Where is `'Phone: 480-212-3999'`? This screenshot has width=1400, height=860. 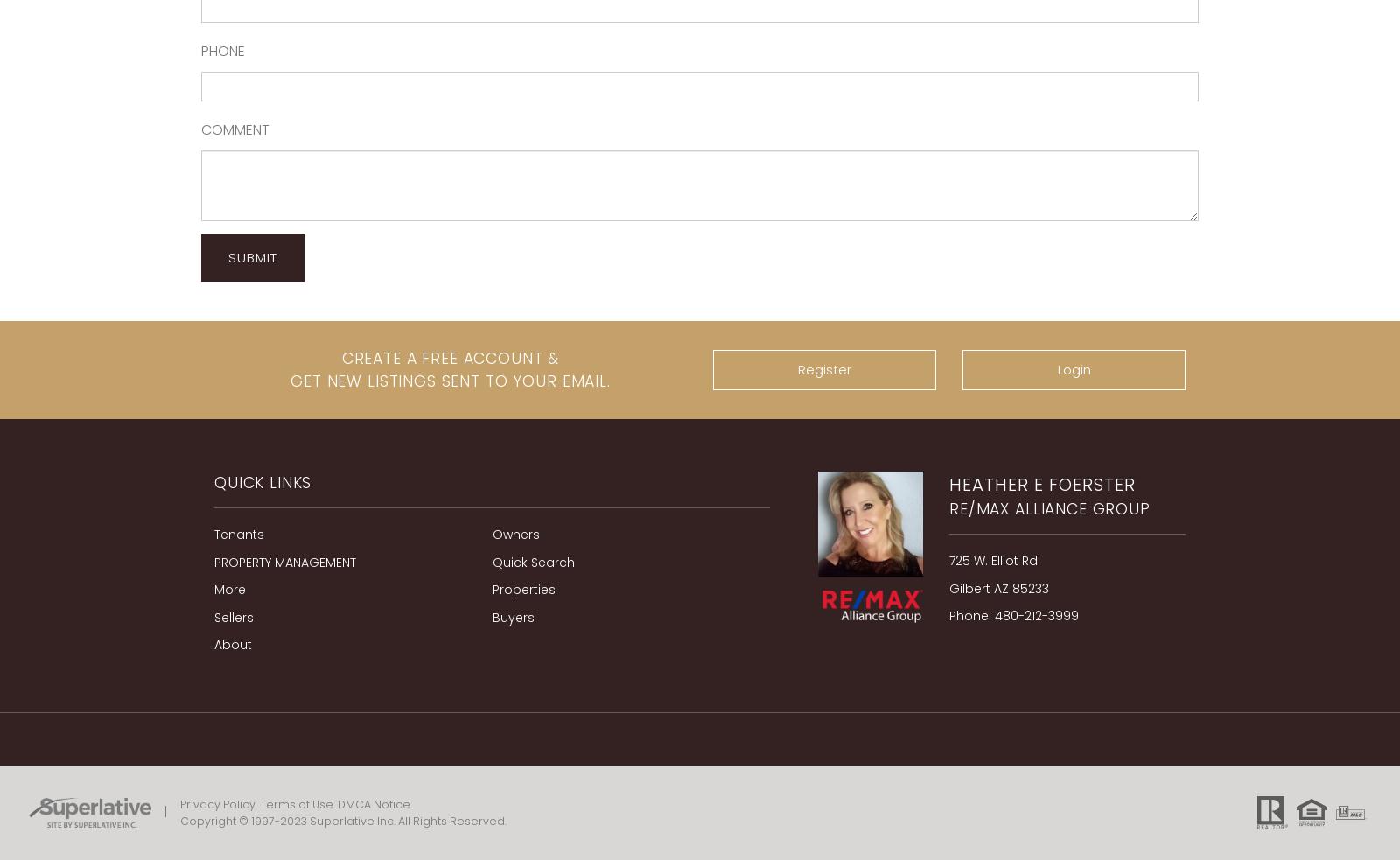
'Phone: 480-212-3999' is located at coordinates (1014, 615).